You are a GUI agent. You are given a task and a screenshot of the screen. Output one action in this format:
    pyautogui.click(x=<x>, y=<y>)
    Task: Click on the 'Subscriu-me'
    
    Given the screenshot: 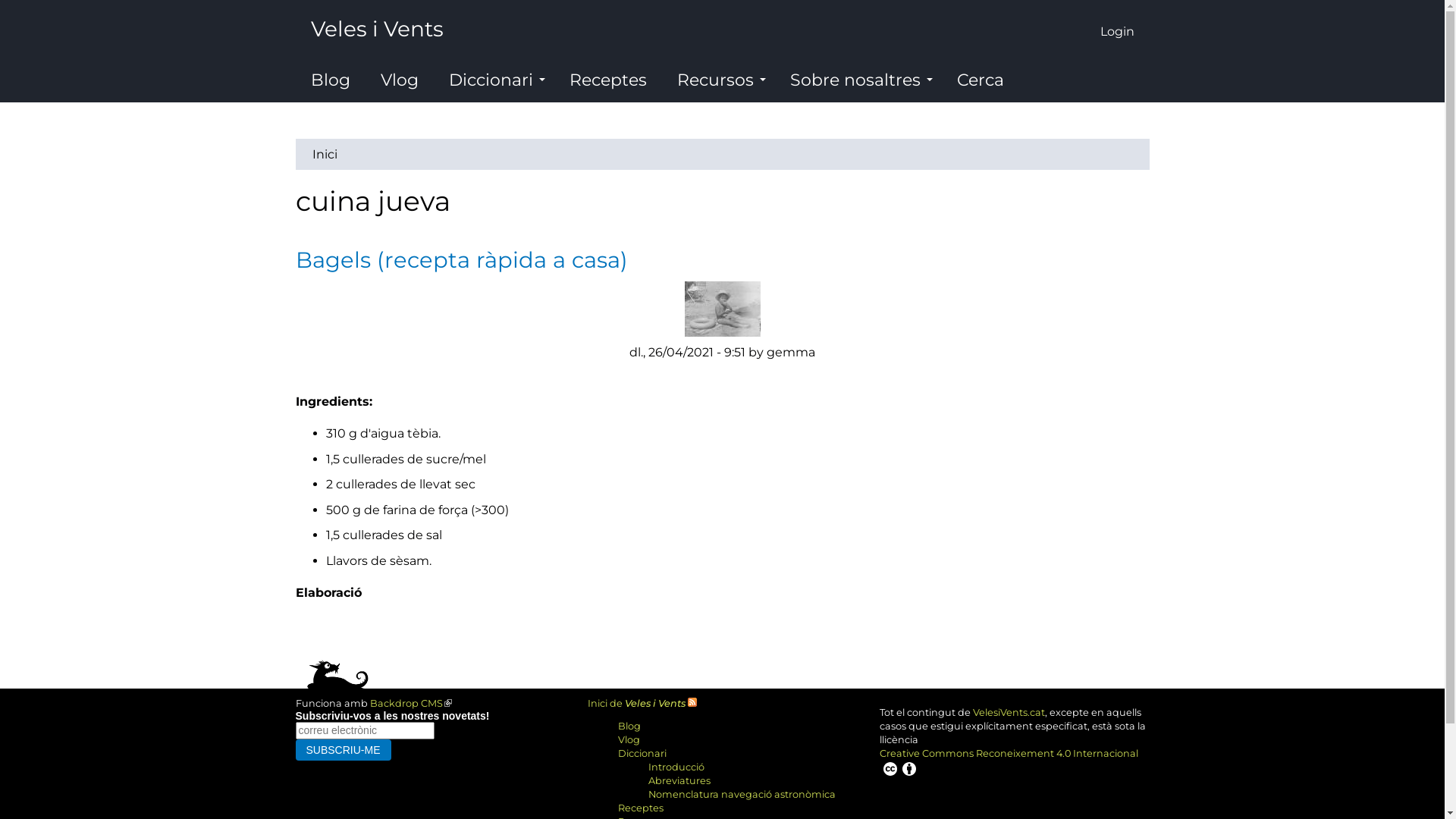 What is the action you would take?
    pyautogui.click(x=295, y=748)
    